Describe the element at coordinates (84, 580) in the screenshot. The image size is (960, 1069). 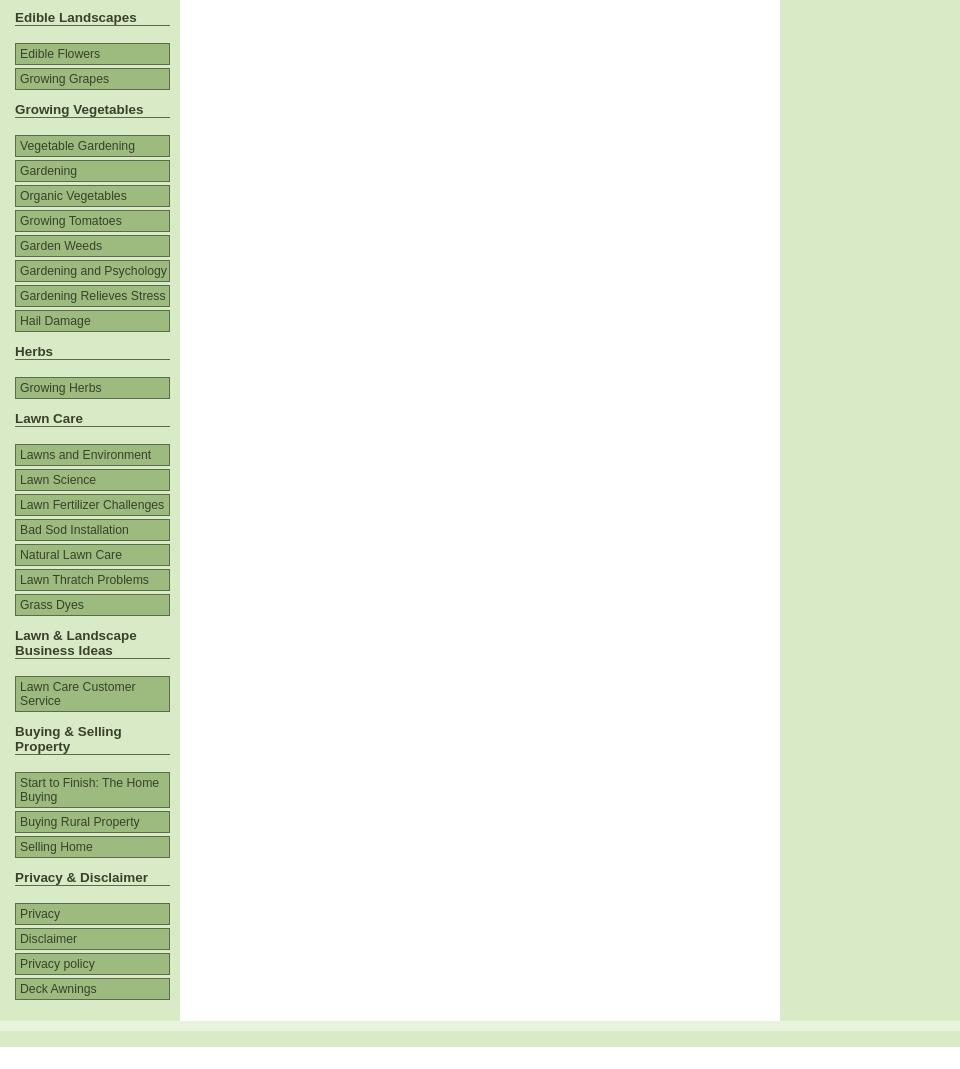
I see `'Lawn Thratch Problems'` at that location.